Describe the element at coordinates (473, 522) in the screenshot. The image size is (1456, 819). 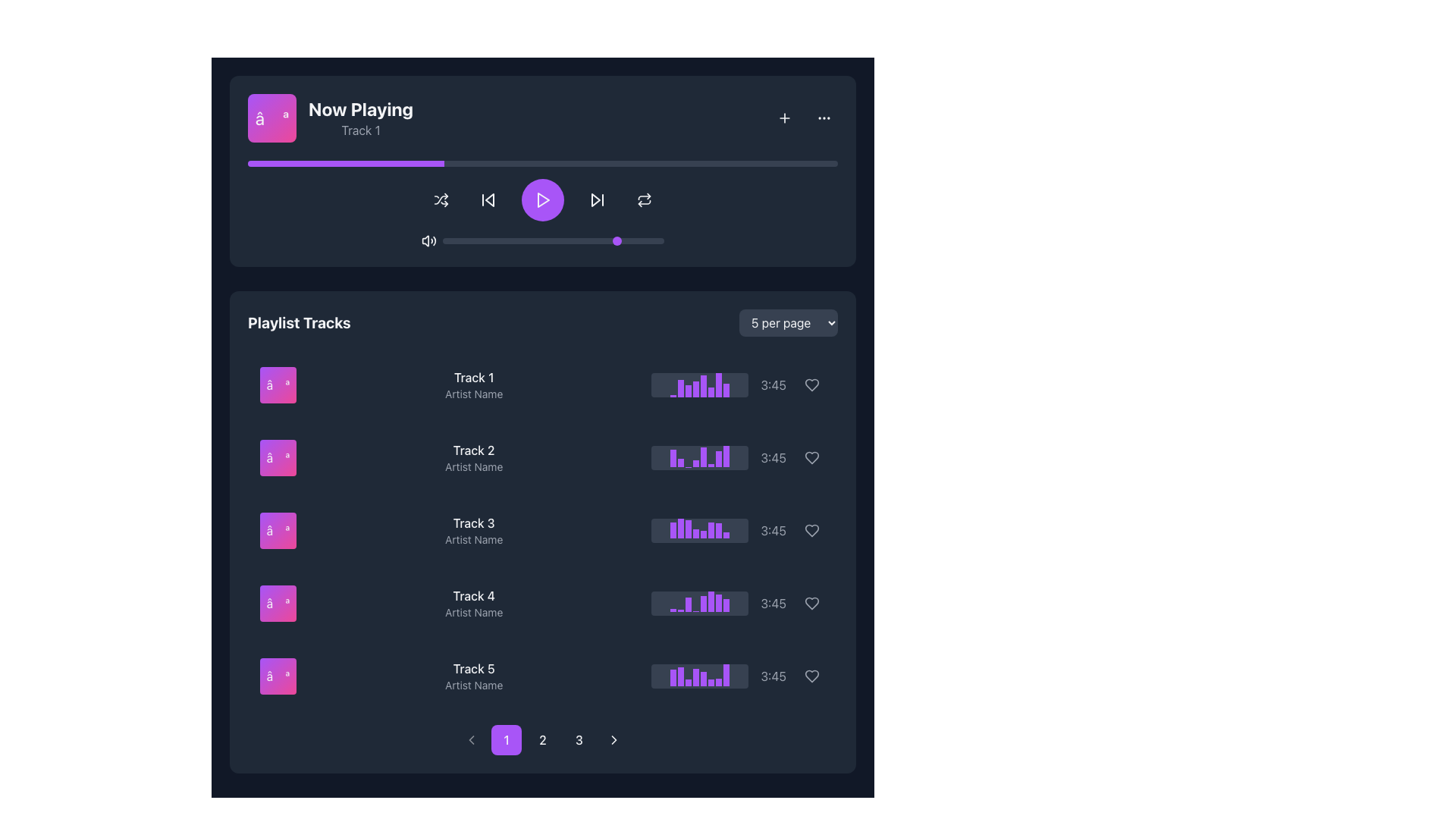
I see `the label displaying 'Track 3', which is the heading of the third track in the 'Playlist Tracks' section` at that location.